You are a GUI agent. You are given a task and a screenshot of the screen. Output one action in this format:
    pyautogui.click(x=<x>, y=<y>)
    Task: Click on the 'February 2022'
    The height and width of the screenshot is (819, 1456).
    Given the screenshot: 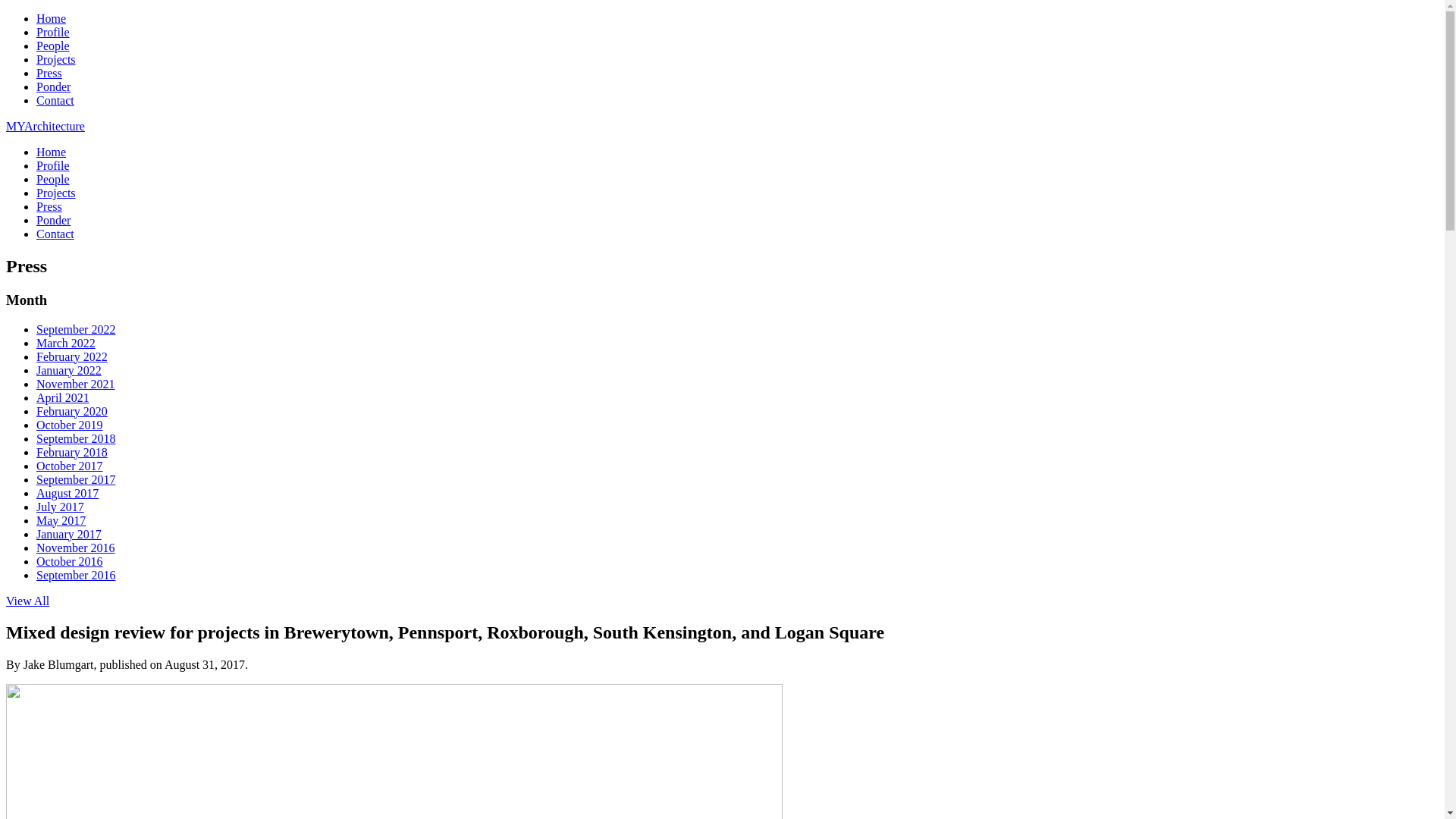 What is the action you would take?
    pyautogui.click(x=71, y=356)
    